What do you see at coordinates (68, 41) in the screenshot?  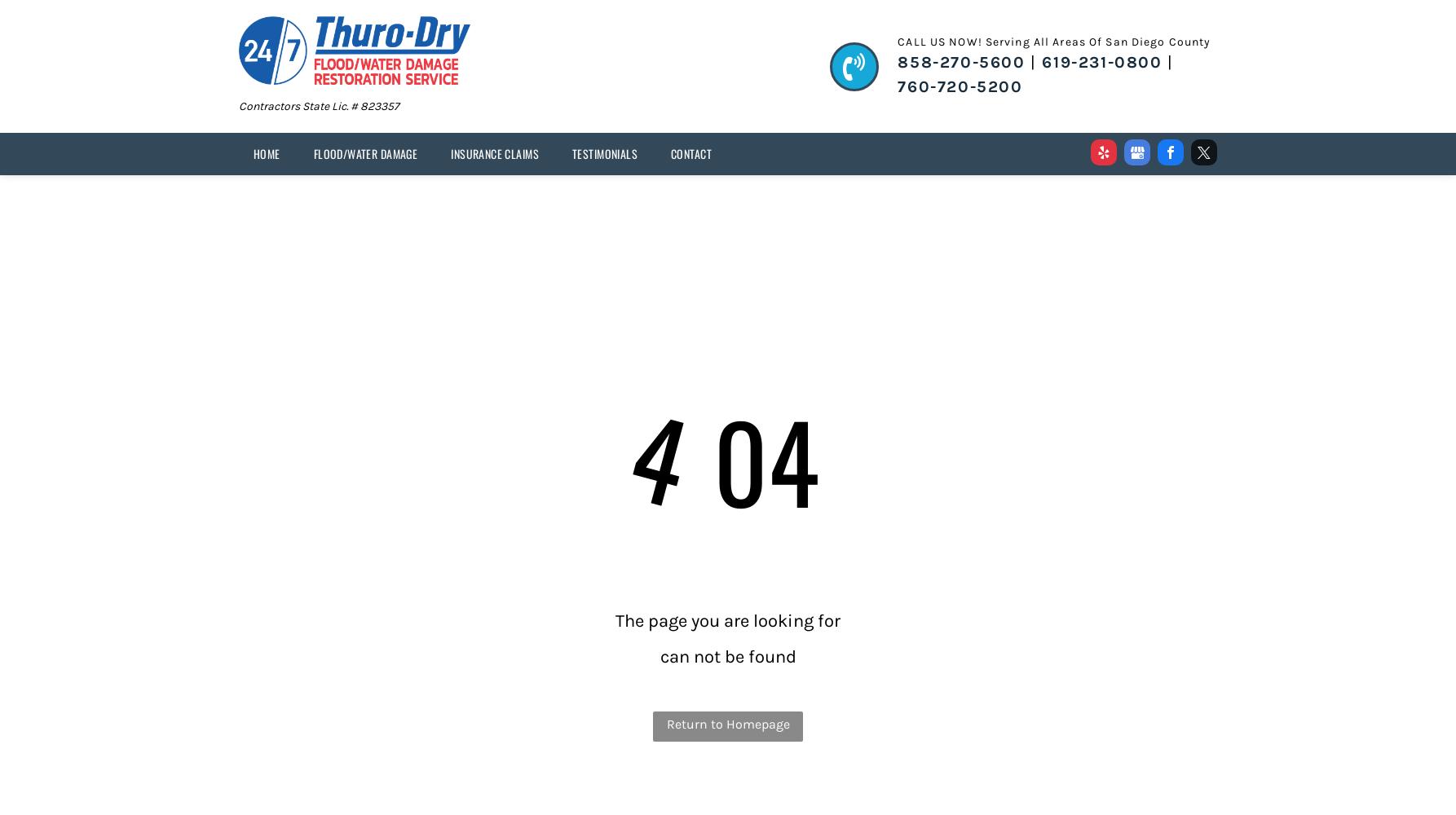 I see `'Share by:'` at bounding box center [68, 41].